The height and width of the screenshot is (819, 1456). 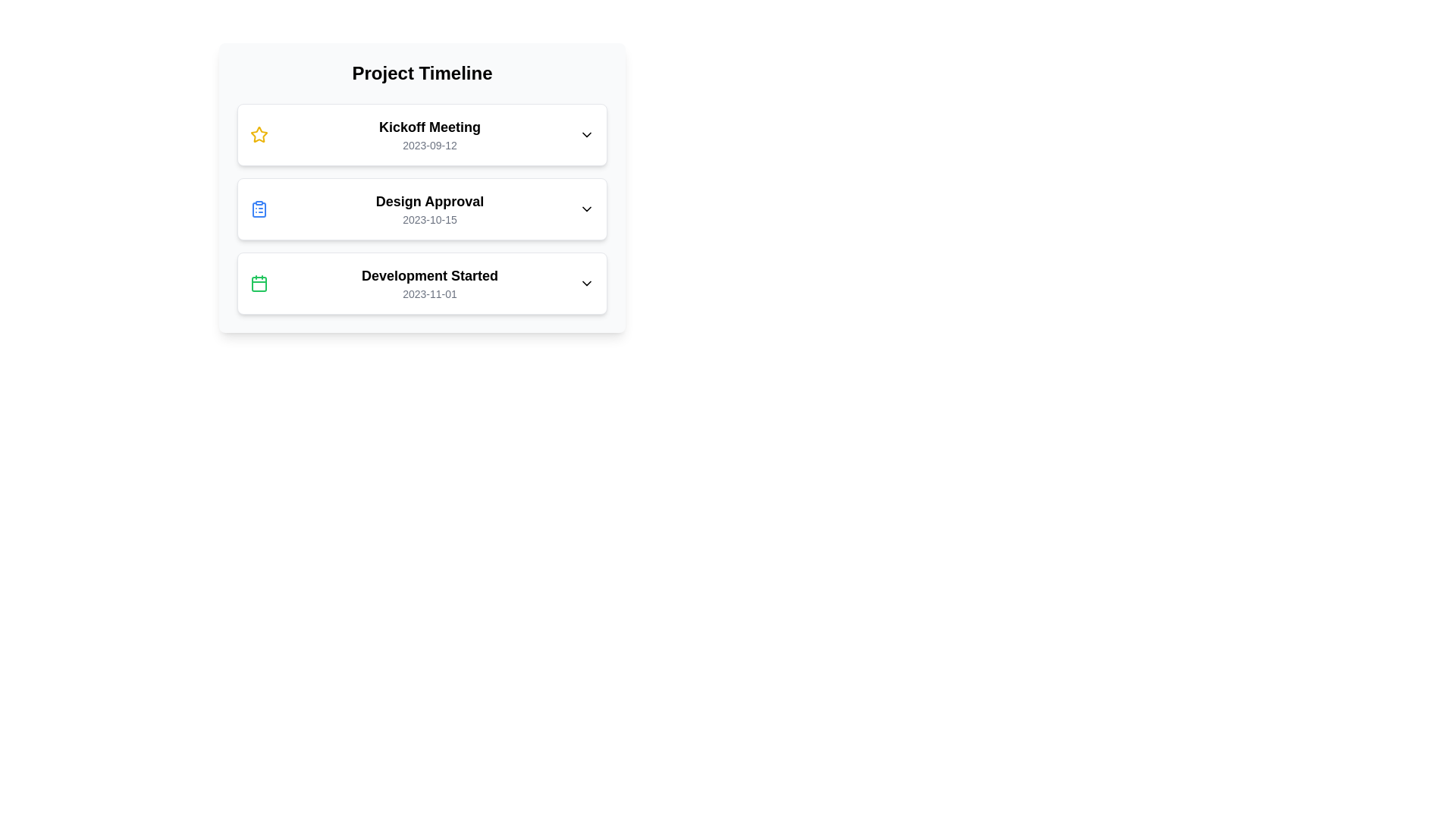 What do you see at coordinates (428, 209) in the screenshot?
I see `the 'Design Approval' text display element` at bounding box center [428, 209].